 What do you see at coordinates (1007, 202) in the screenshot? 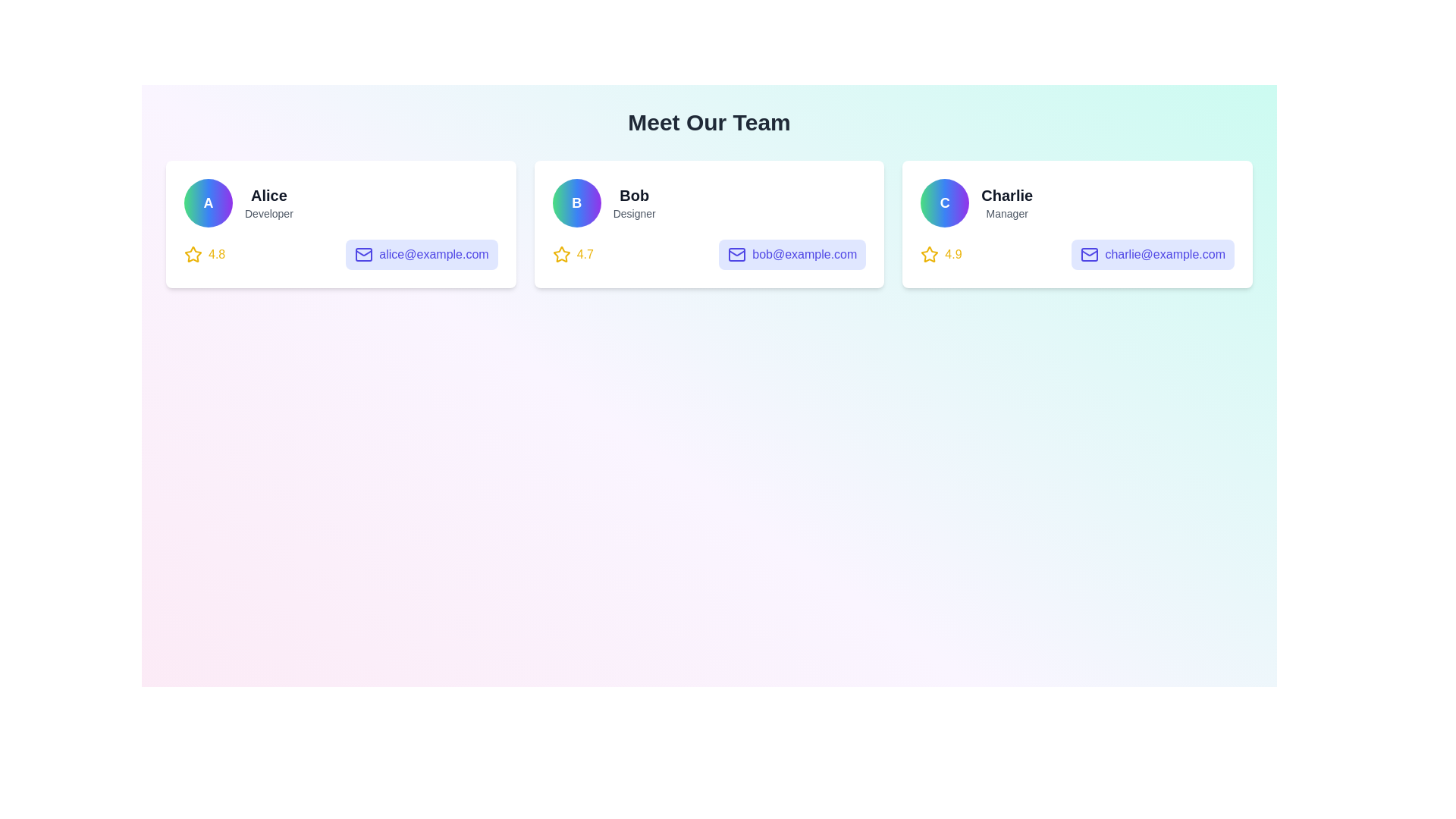
I see `the text element displaying 'Charlie' and their title 'Manager', located in the third profile card from the left, beneath the circular avatar with the letter 'C'` at bounding box center [1007, 202].